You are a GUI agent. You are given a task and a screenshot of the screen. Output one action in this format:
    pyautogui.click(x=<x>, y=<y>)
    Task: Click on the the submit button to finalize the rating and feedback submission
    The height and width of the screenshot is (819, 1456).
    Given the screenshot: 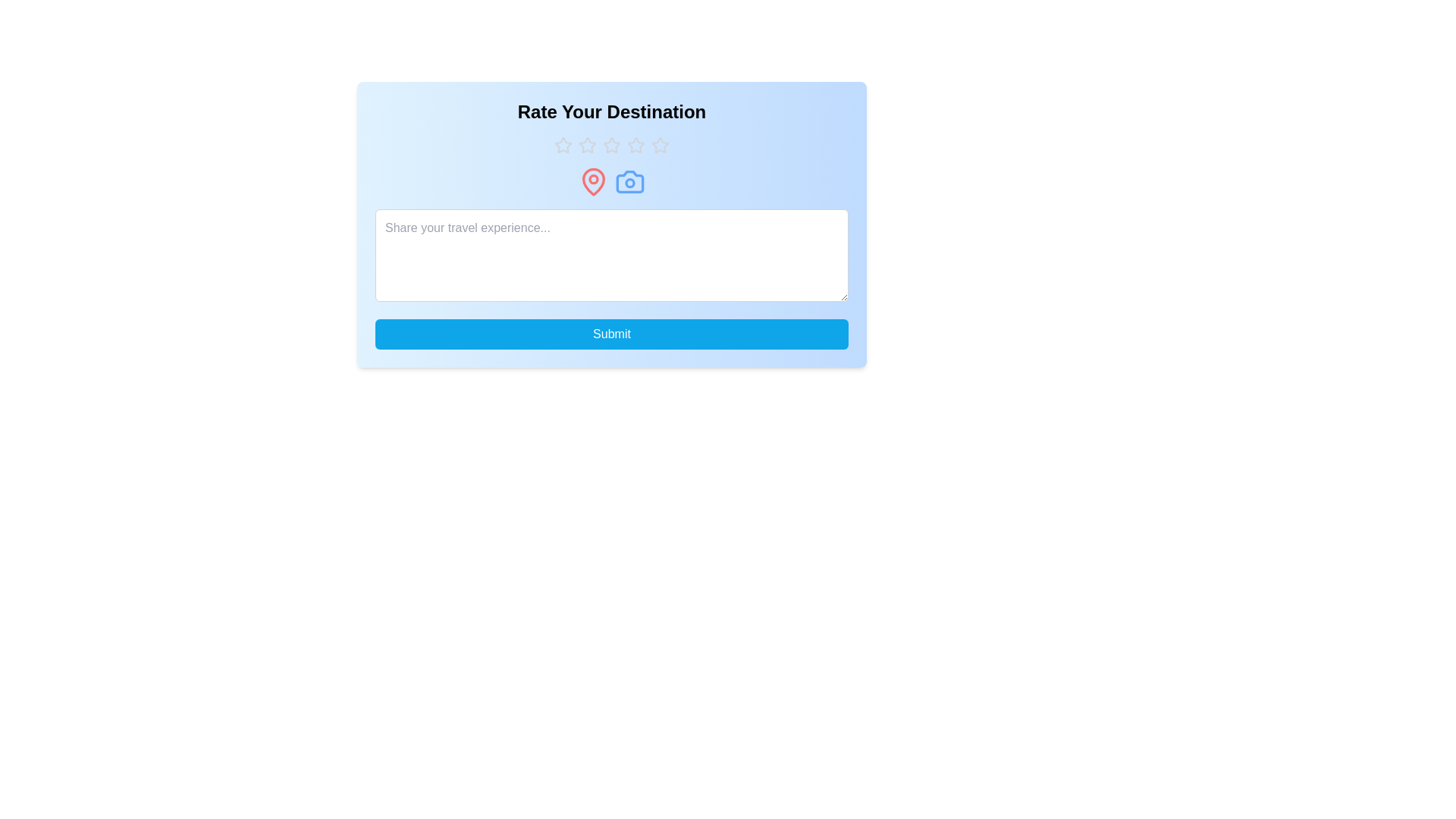 What is the action you would take?
    pyautogui.click(x=611, y=333)
    